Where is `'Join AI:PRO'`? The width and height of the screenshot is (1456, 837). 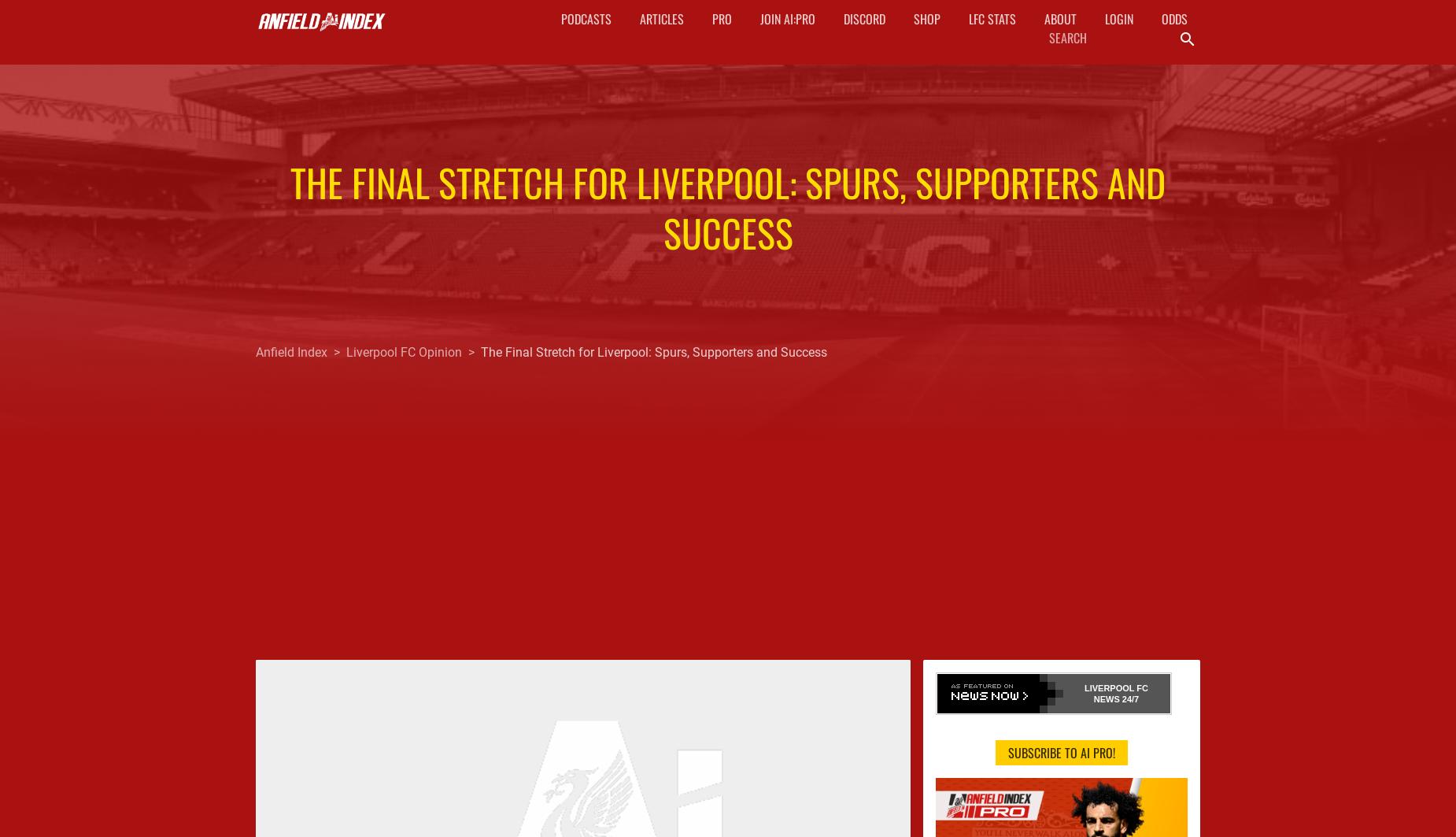
'Join AI:PRO' is located at coordinates (785, 19).